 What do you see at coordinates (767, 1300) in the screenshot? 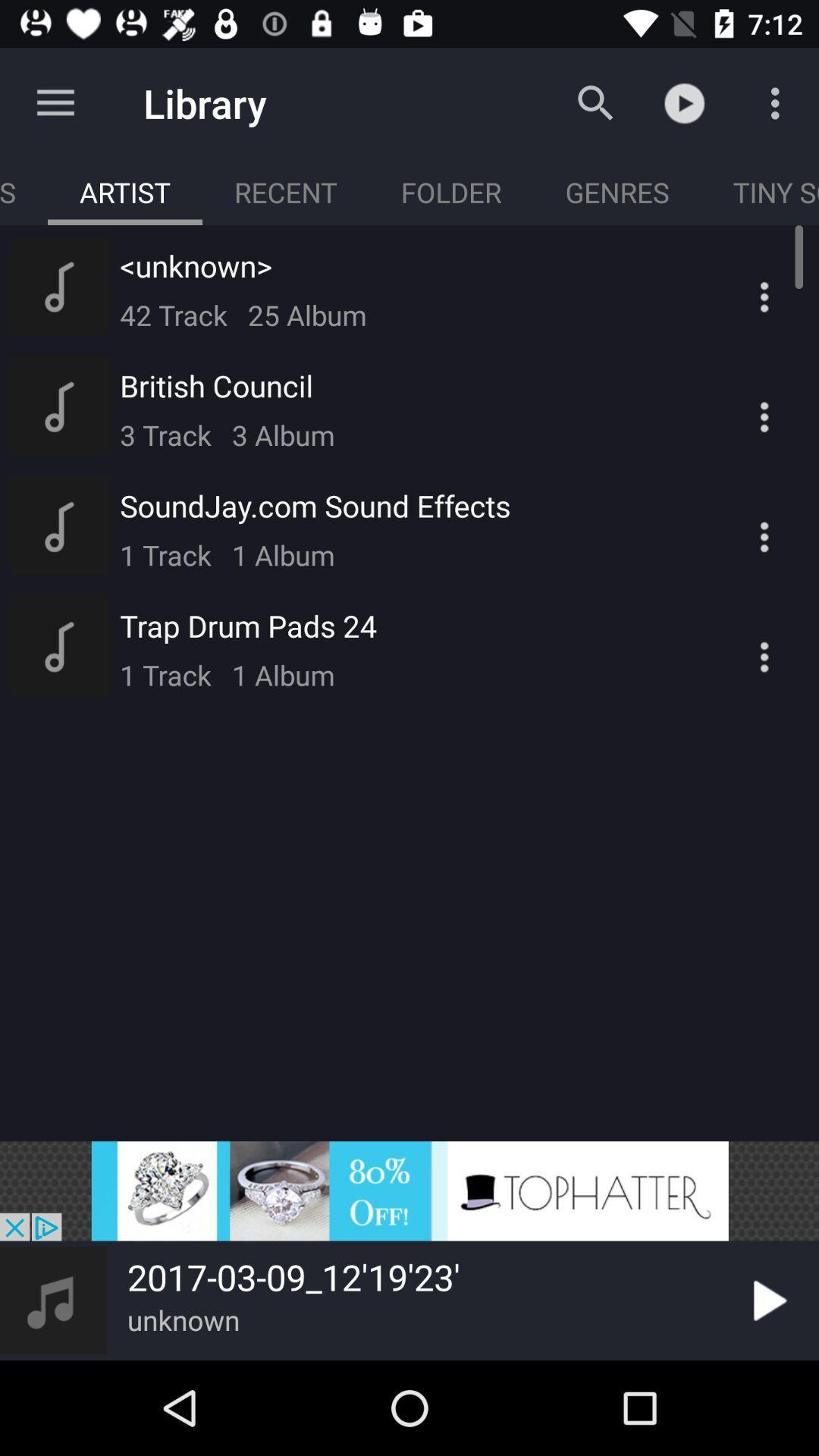
I see `the play icon` at bounding box center [767, 1300].